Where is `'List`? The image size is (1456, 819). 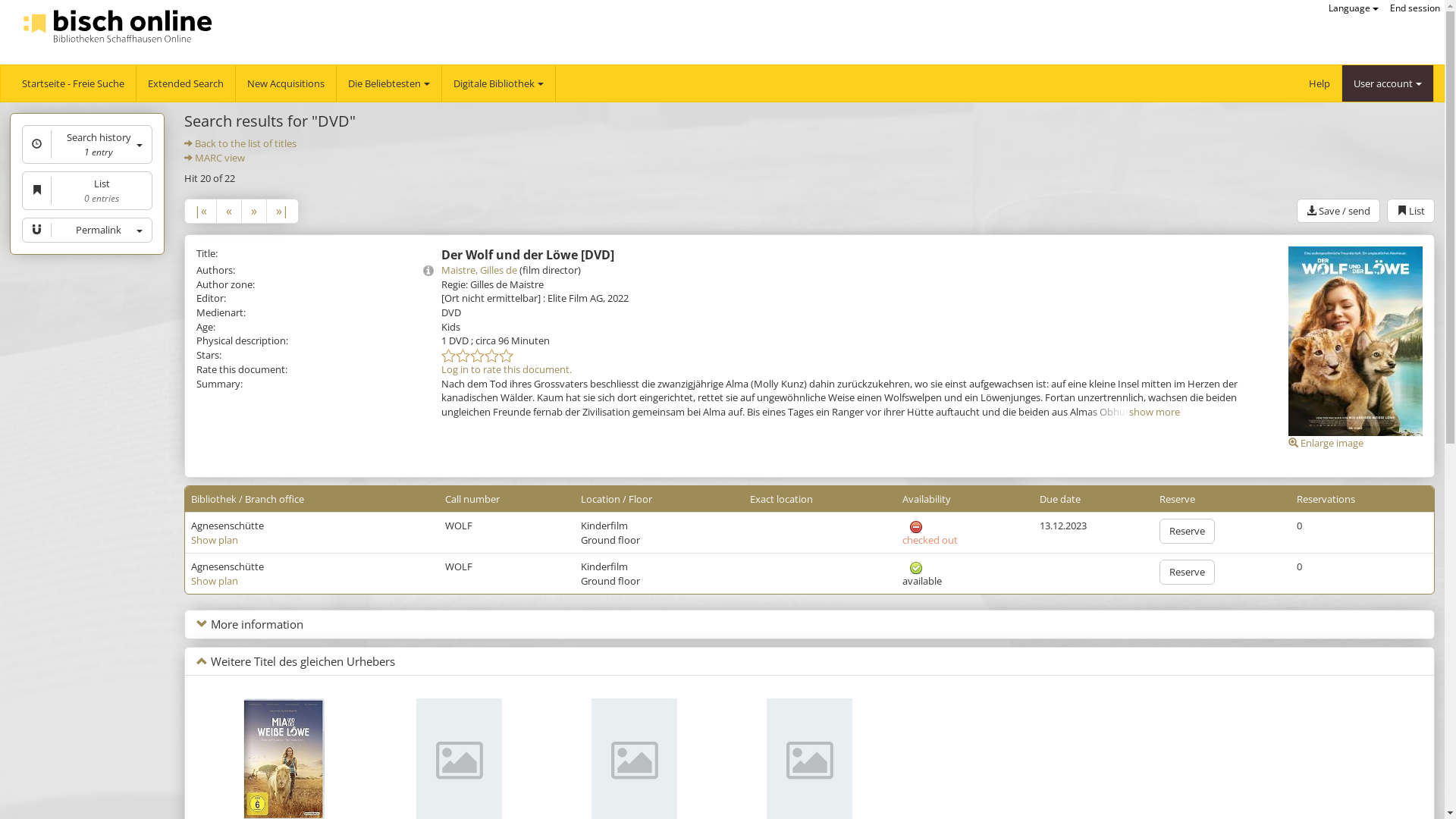
'List is located at coordinates (86, 190).